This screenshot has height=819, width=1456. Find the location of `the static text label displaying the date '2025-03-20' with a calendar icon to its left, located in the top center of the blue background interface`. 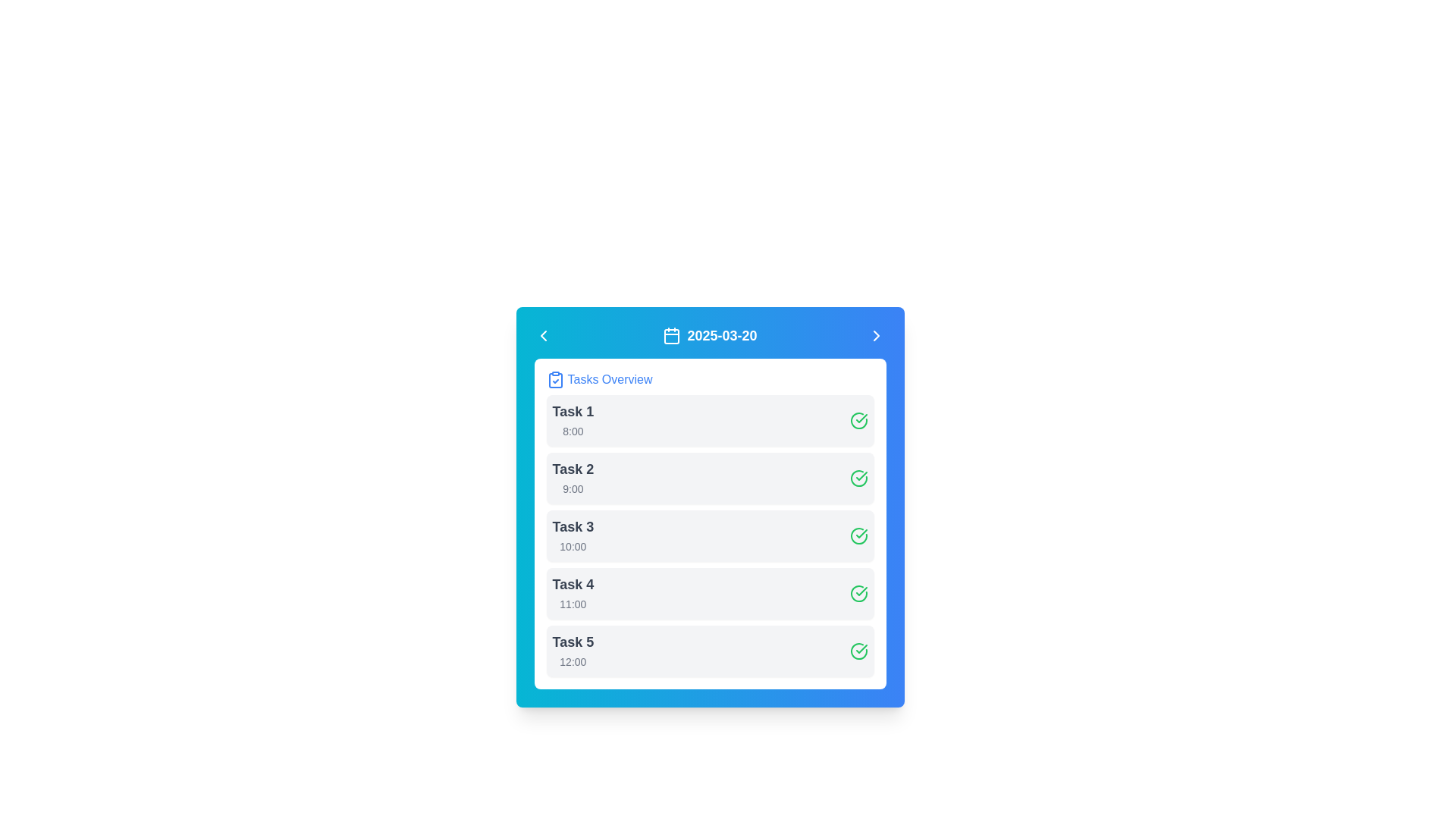

the static text label displaying the date '2025-03-20' with a calendar icon to its left, located in the top center of the blue background interface is located at coordinates (709, 335).